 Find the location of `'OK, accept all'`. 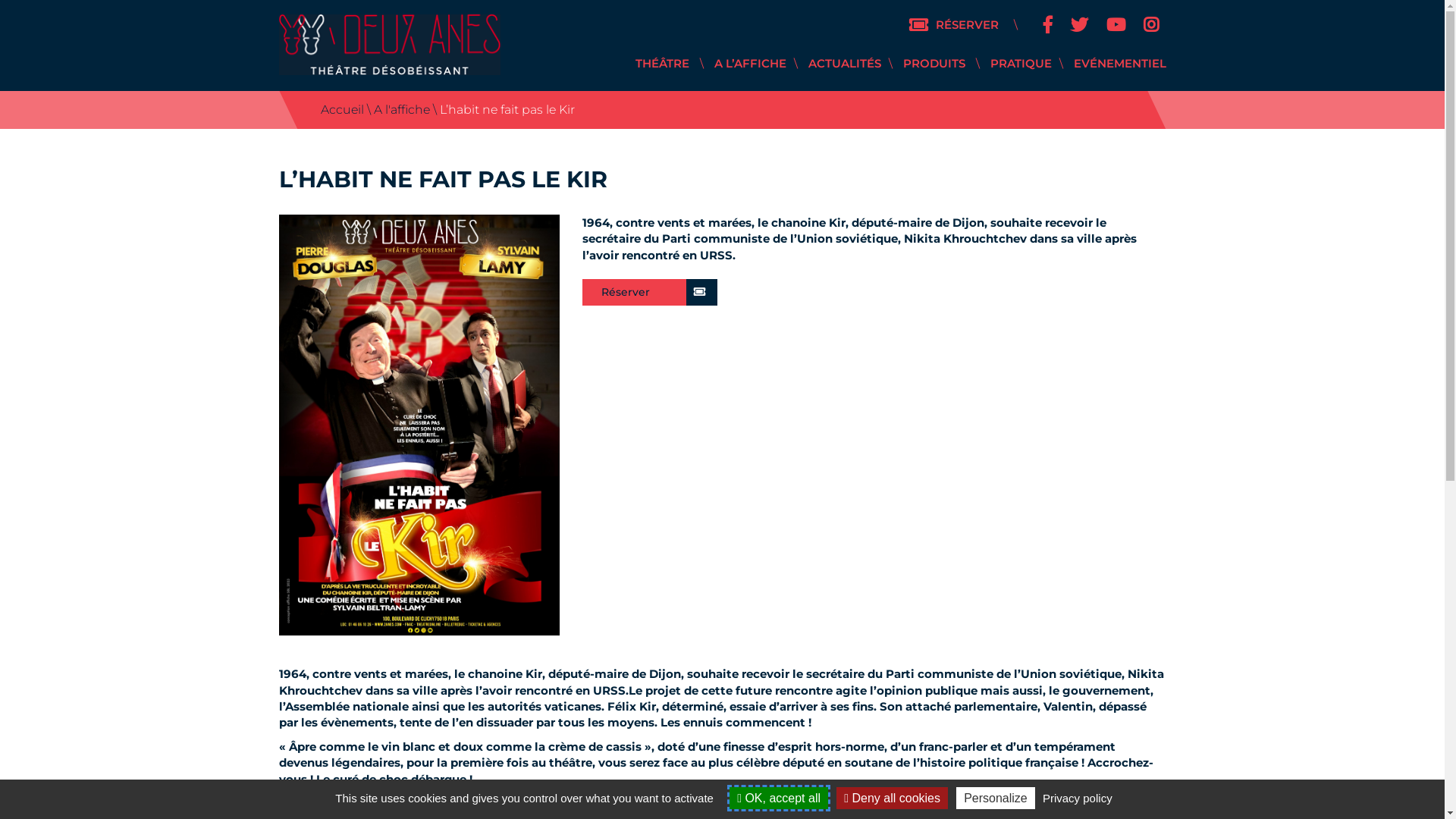

'OK, accept all' is located at coordinates (729, 797).